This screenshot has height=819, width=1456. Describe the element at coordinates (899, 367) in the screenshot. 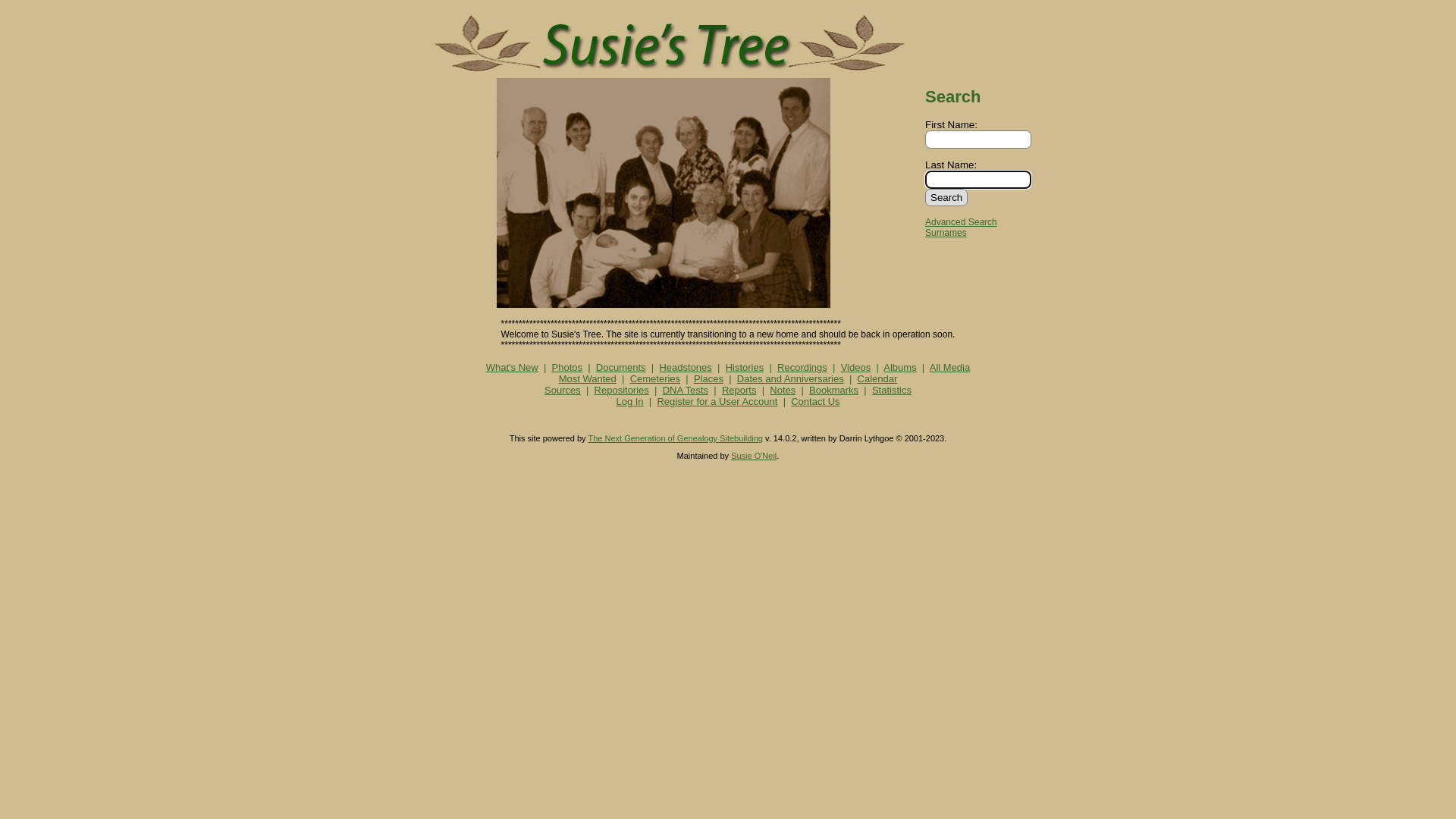

I see `'Albums'` at that location.